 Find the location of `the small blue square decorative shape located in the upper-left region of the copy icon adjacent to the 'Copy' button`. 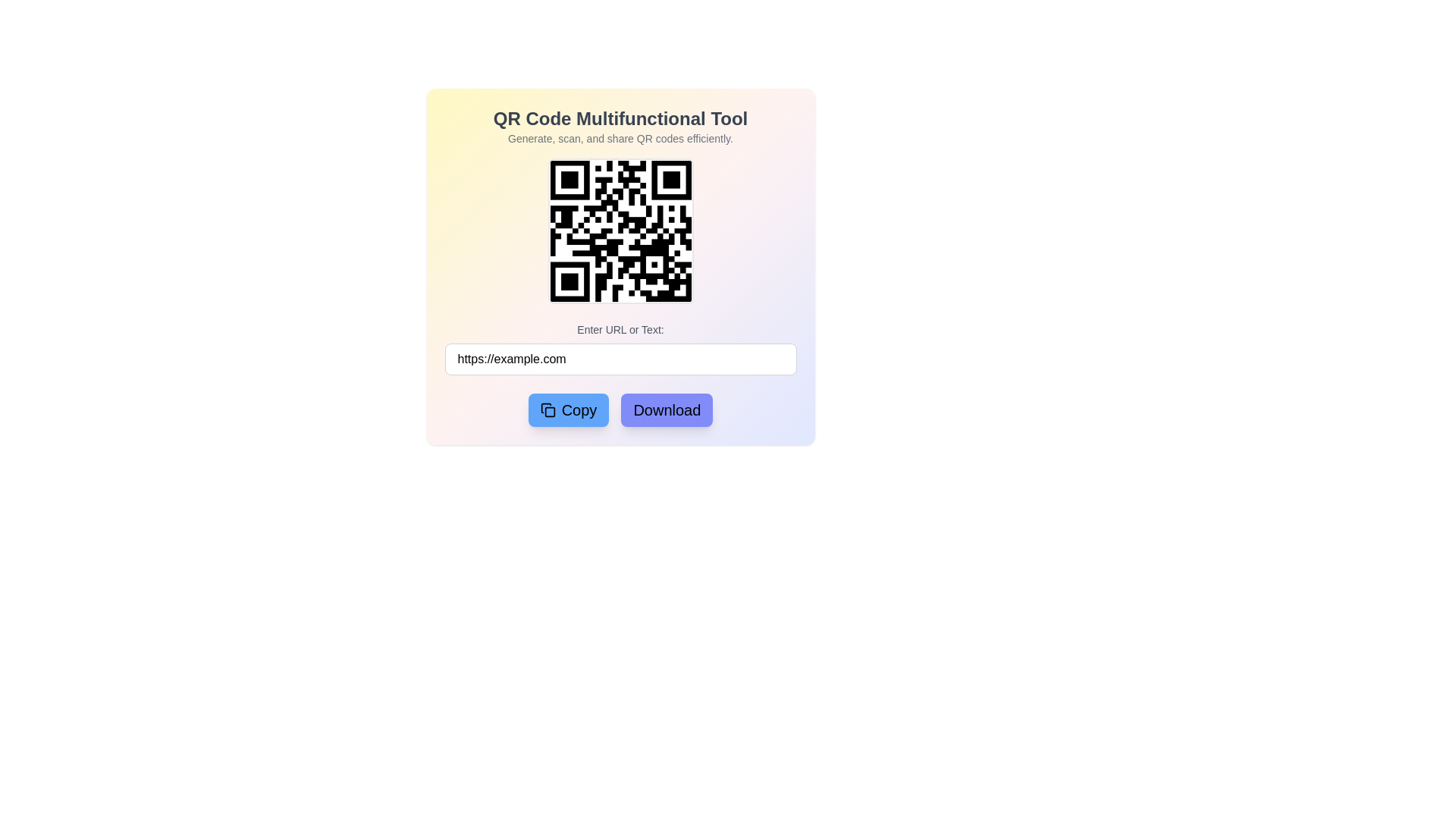

the small blue square decorative shape located in the upper-left region of the copy icon adjacent to the 'Copy' button is located at coordinates (549, 412).